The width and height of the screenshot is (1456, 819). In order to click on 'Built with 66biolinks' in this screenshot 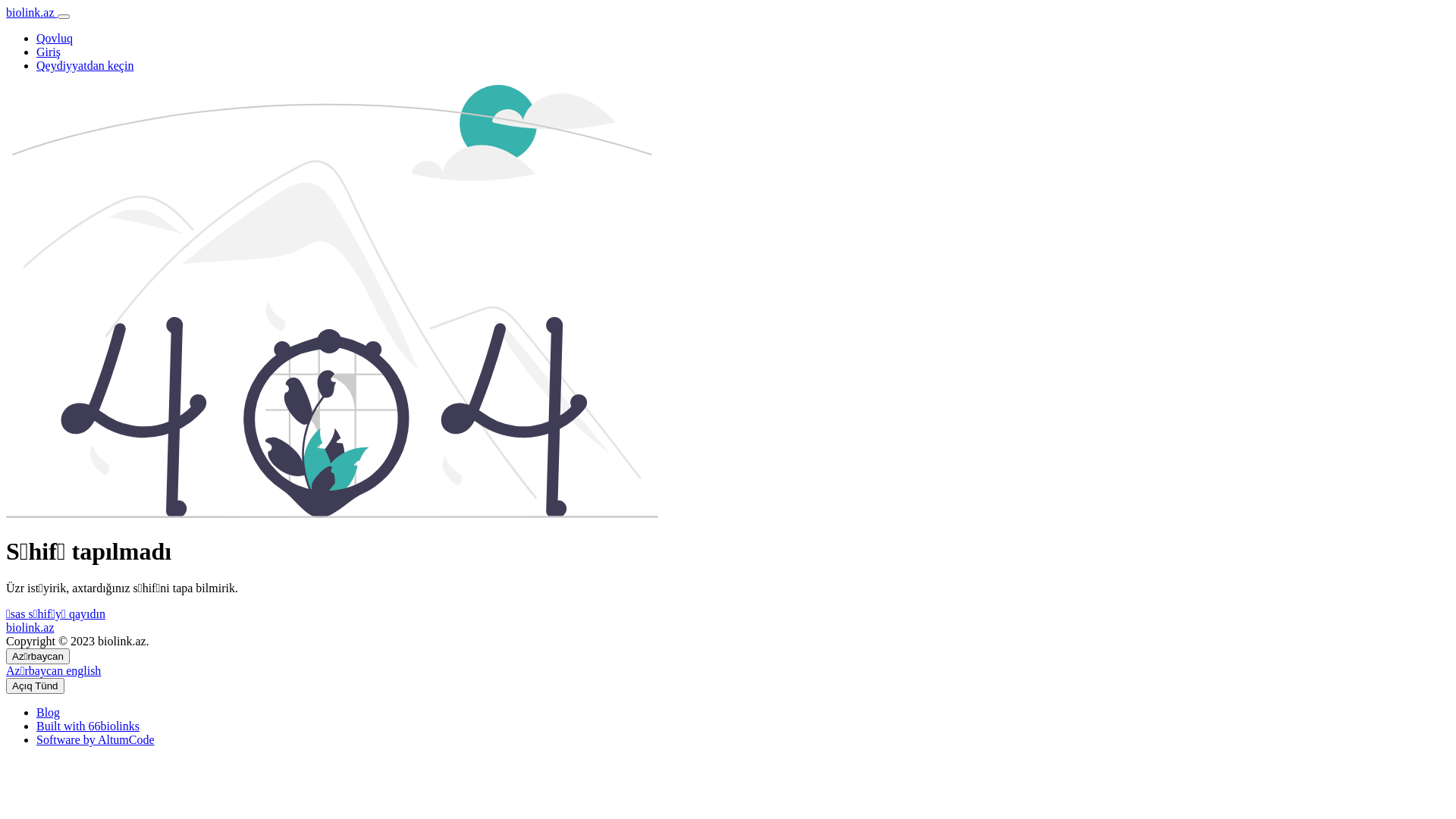, I will do `click(36, 725)`.